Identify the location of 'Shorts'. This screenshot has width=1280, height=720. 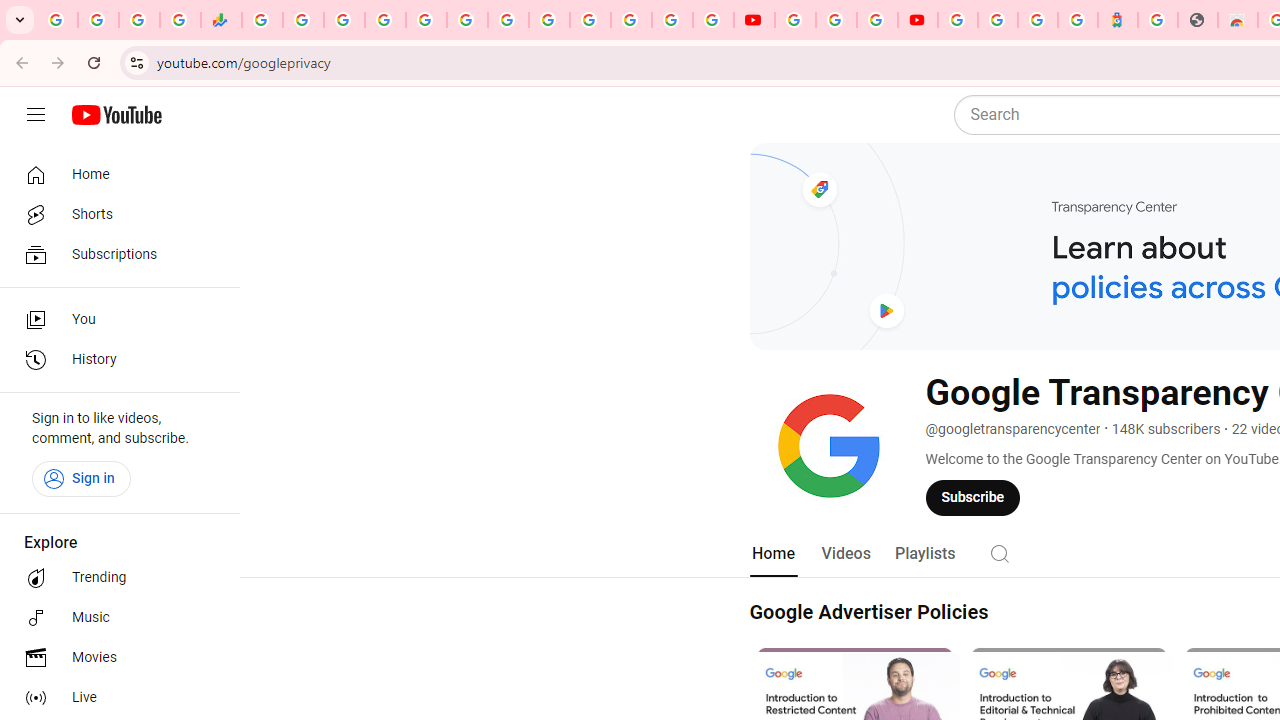
(112, 214).